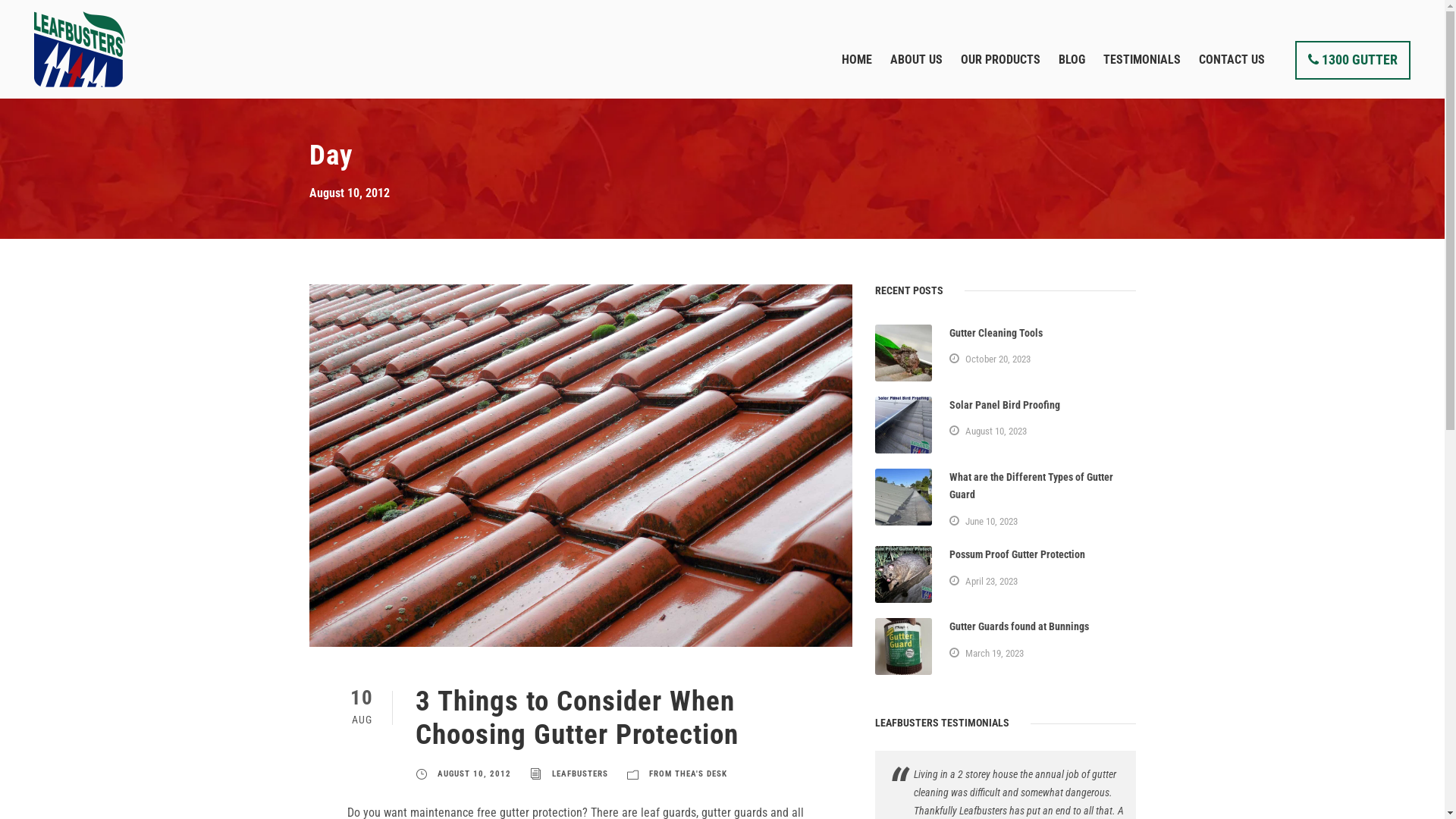 This screenshot has height=819, width=1456. What do you see at coordinates (903, 497) in the screenshot?
I see `'What are the different types of gutter guards'` at bounding box center [903, 497].